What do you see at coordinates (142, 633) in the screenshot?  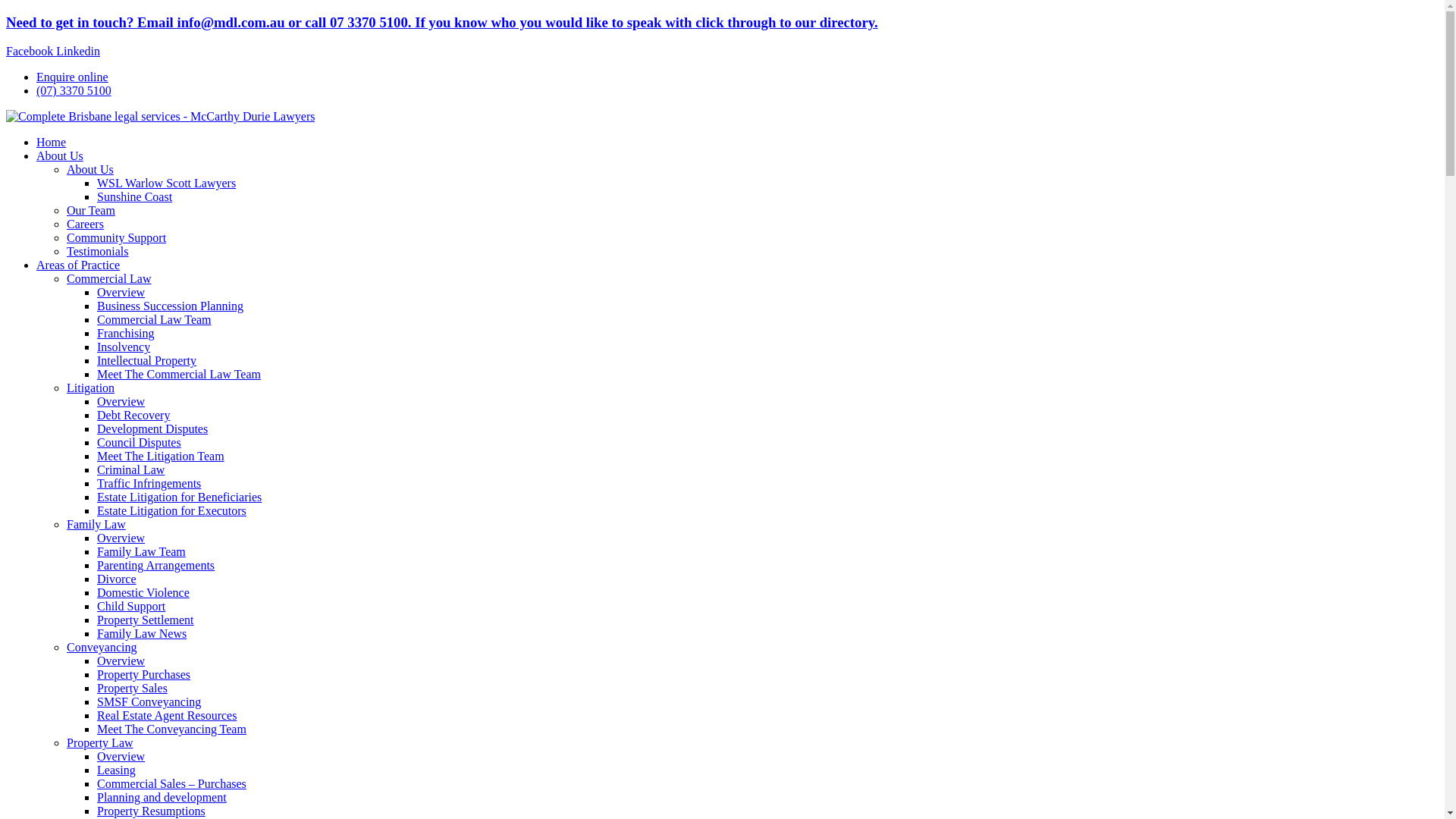 I see `'Family Law News'` at bounding box center [142, 633].